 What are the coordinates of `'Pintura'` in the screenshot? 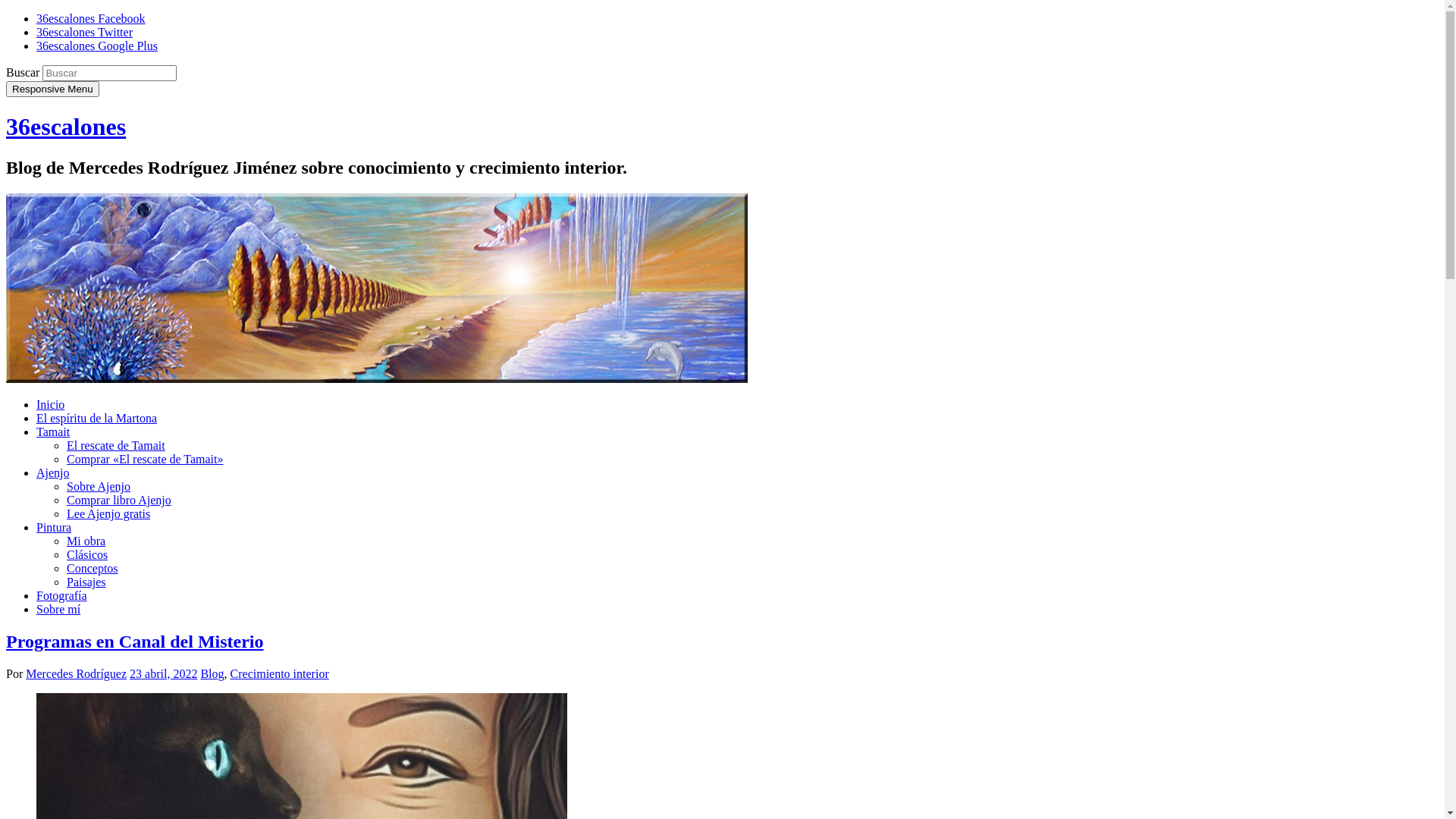 It's located at (54, 526).